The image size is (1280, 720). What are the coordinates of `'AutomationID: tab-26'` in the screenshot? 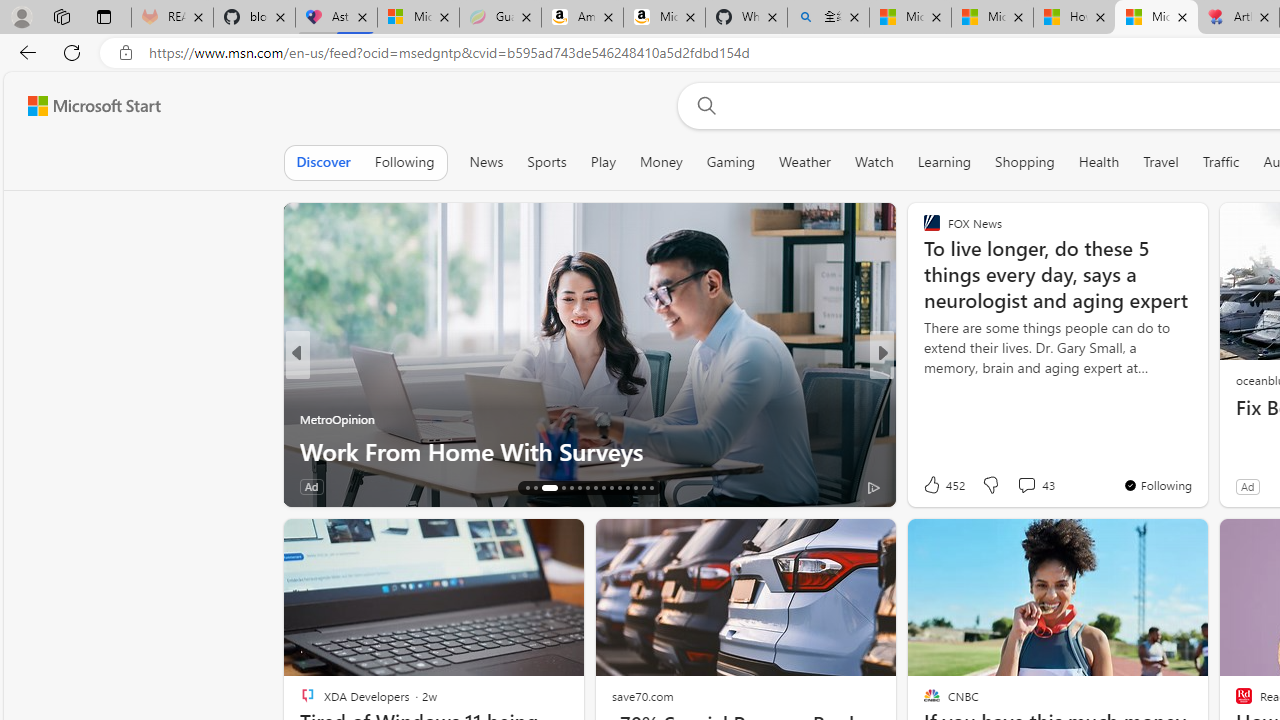 It's located at (618, 488).